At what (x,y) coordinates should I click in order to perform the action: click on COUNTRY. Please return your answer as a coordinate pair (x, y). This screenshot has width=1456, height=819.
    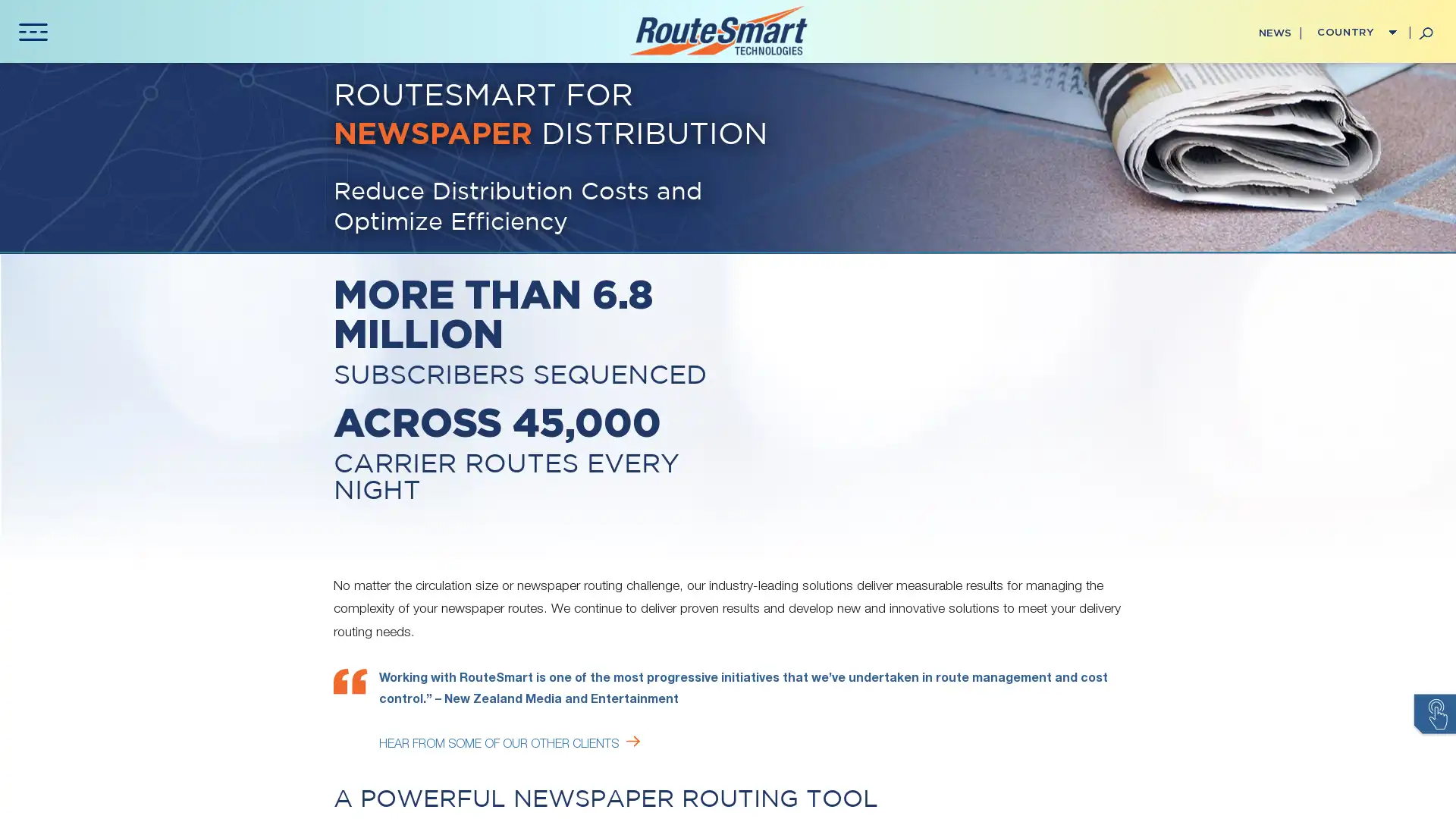
    Looking at the image, I should click on (1354, 33).